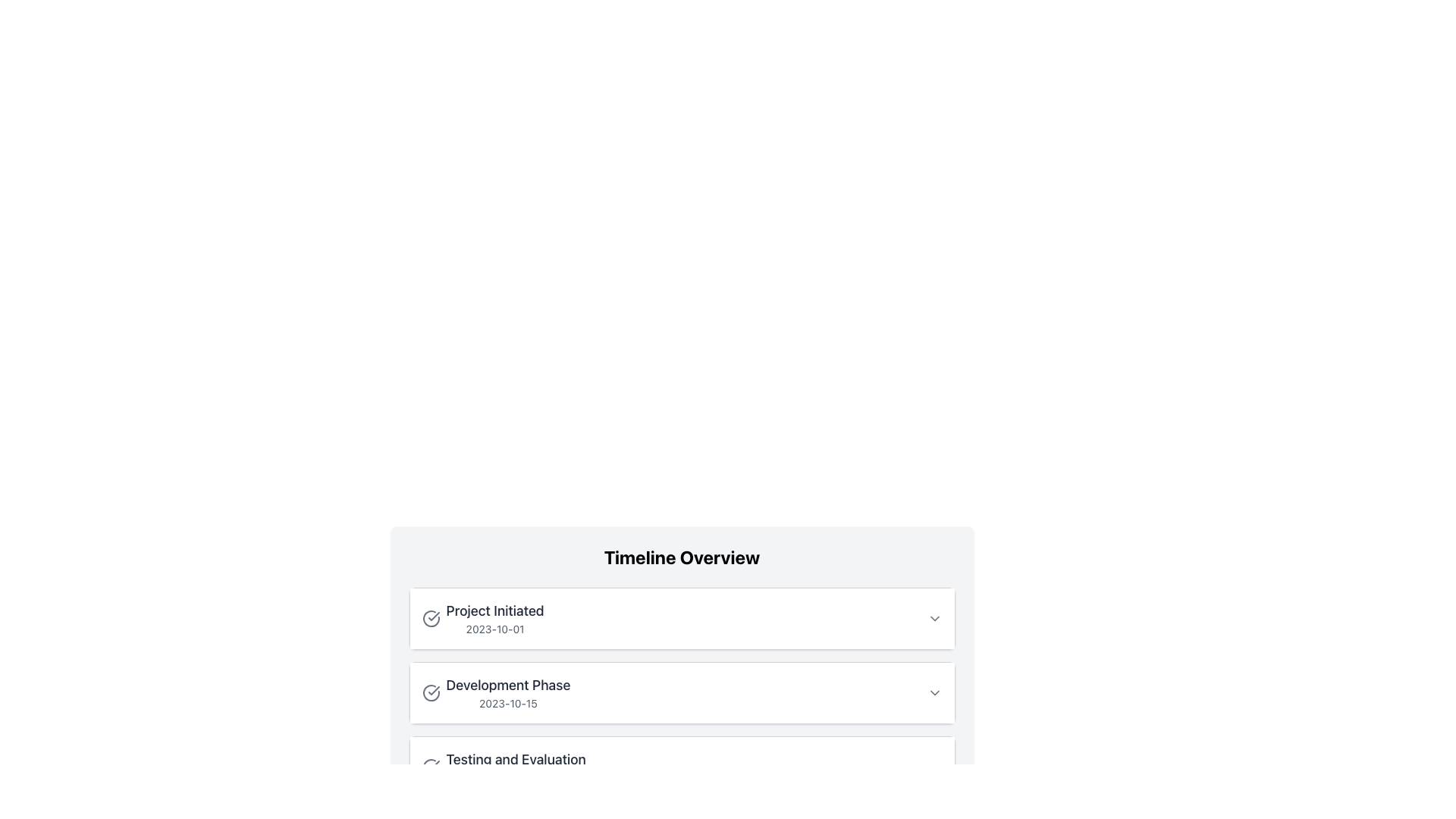 This screenshot has width=1456, height=819. I want to click on the icon that visually indicates the 'Development Phase' item in the timeline dated '2023-10-15', so click(432, 690).